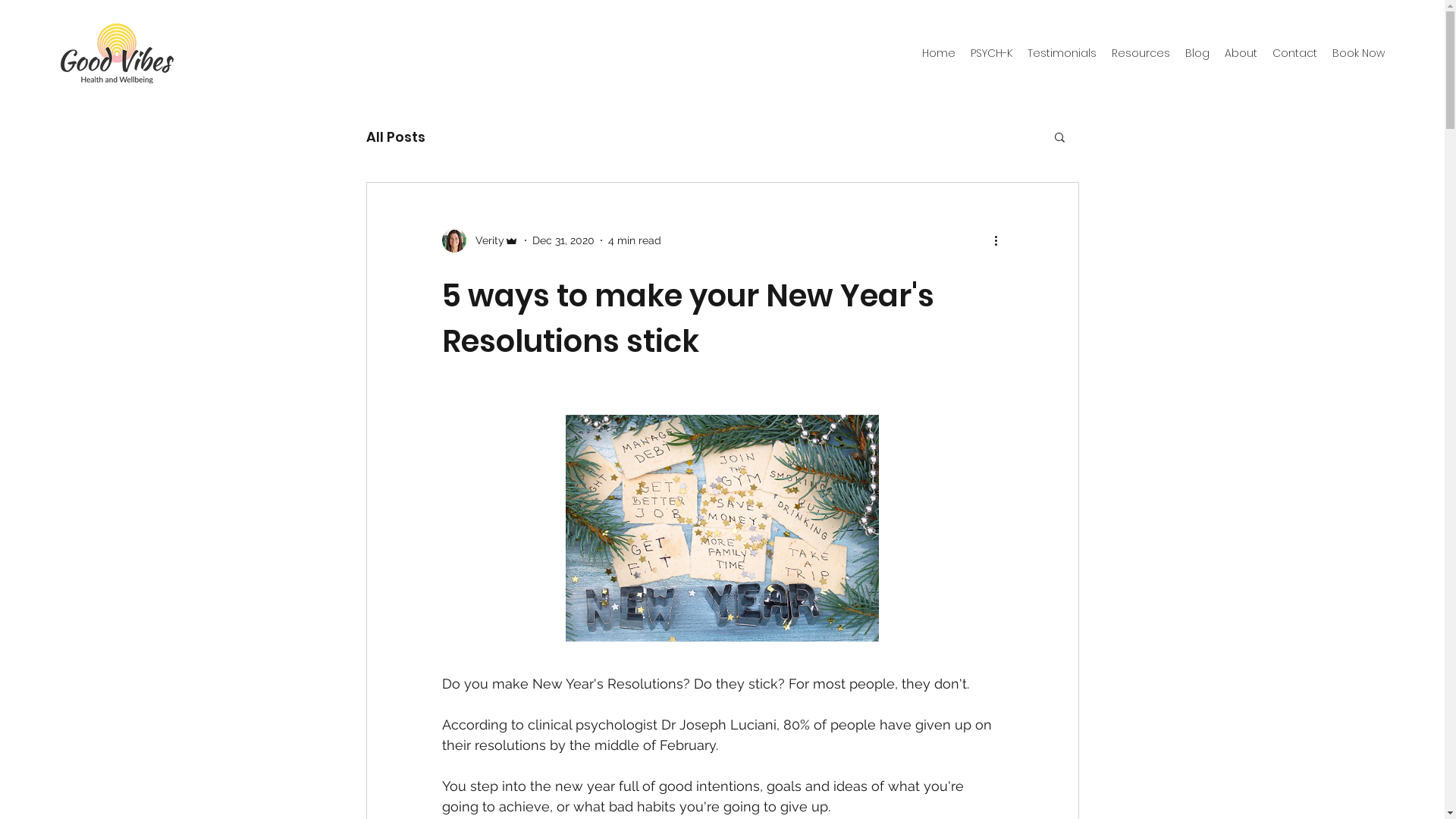 The width and height of the screenshot is (1456, 819). What do you see at coordinates (1294, 52) in the screenshot?
I see `'Contact'` at bounding box center [1294, 52].